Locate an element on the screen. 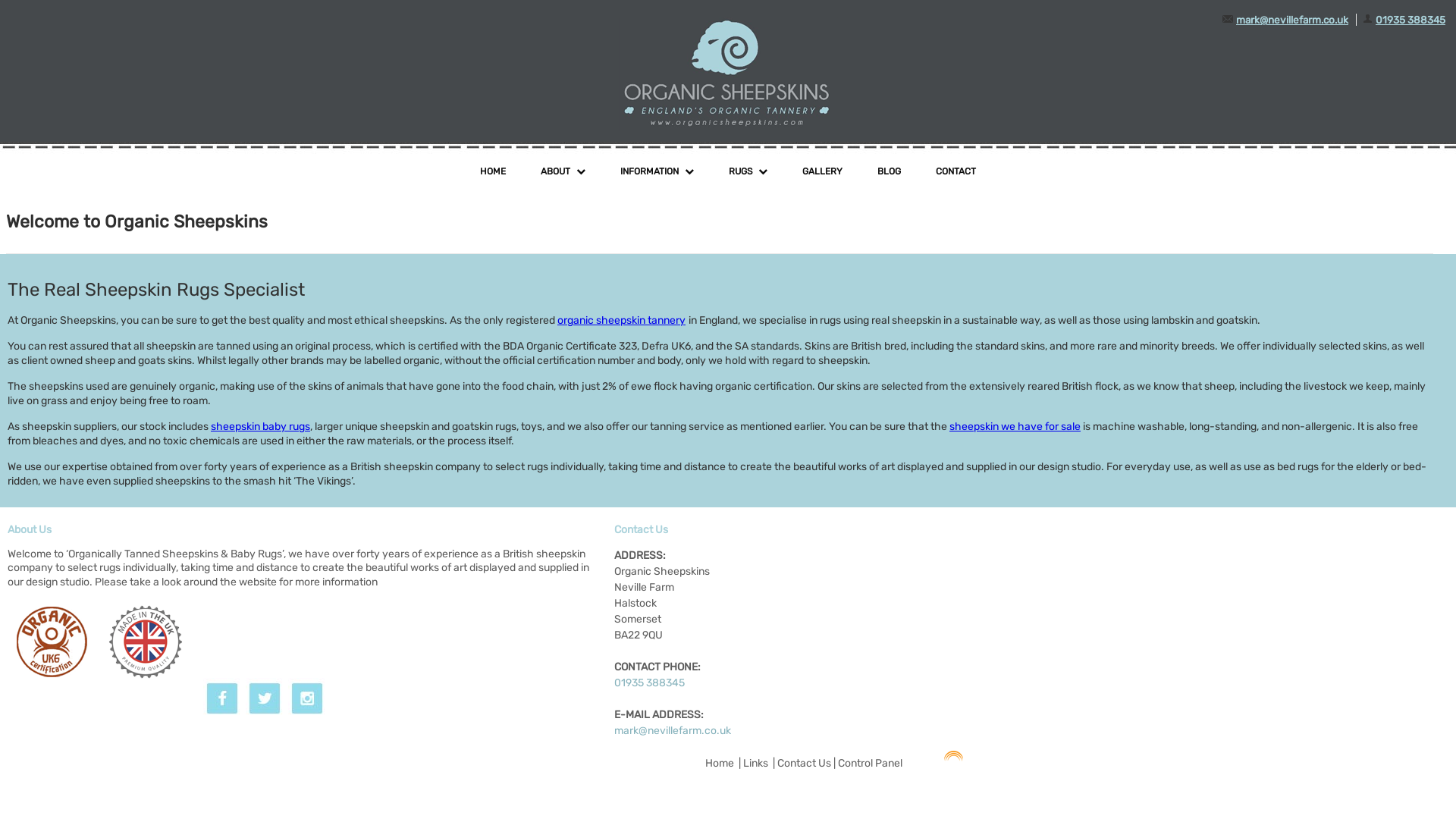  'organic sheepskin tannery' is located at coordinates (621, 319).